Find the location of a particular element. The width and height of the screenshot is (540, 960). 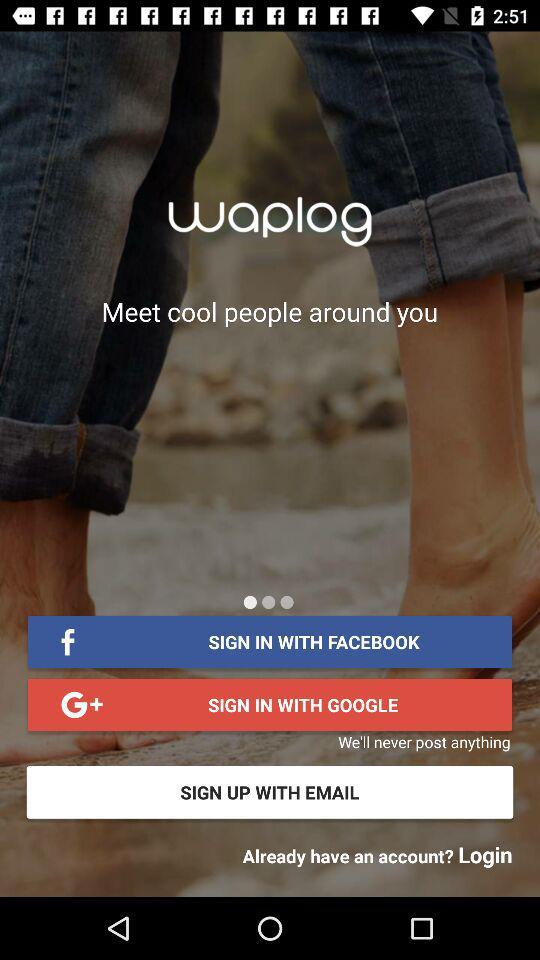

the item below the meet cool people item is located at coordinates (268, 601).